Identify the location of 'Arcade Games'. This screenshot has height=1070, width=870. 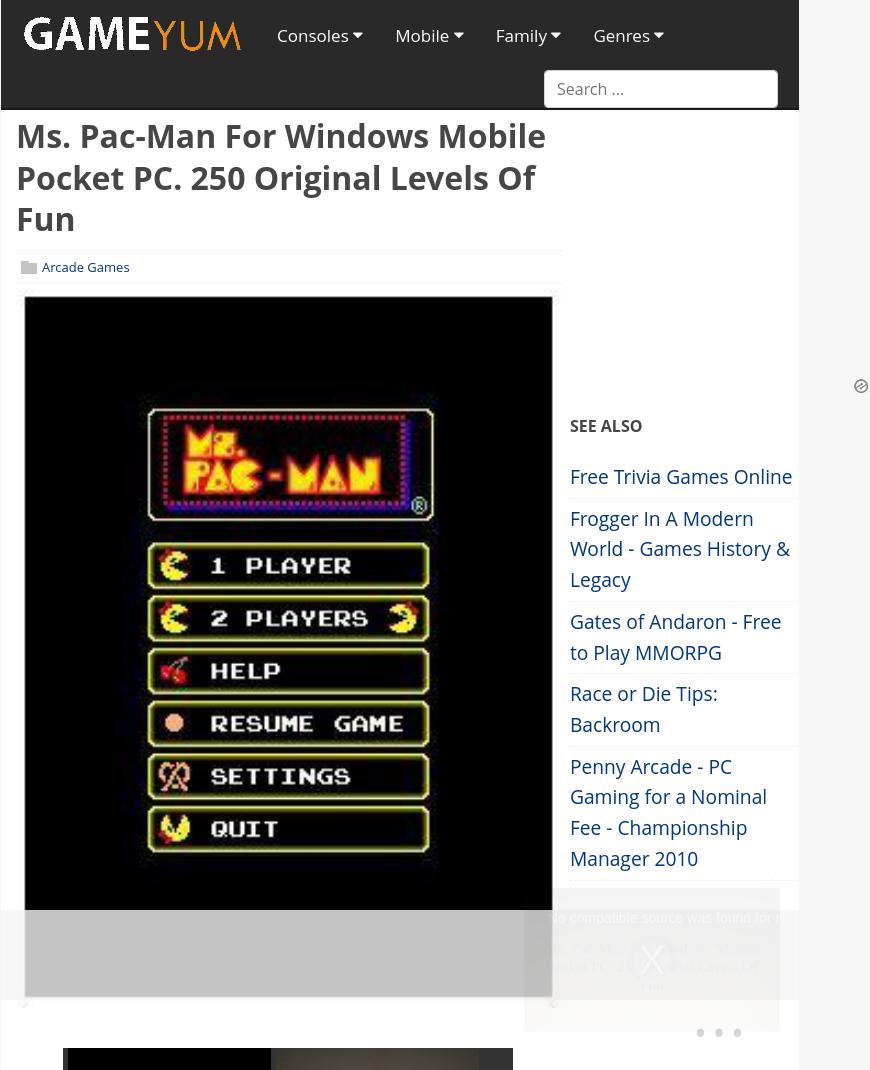
(84, 265).